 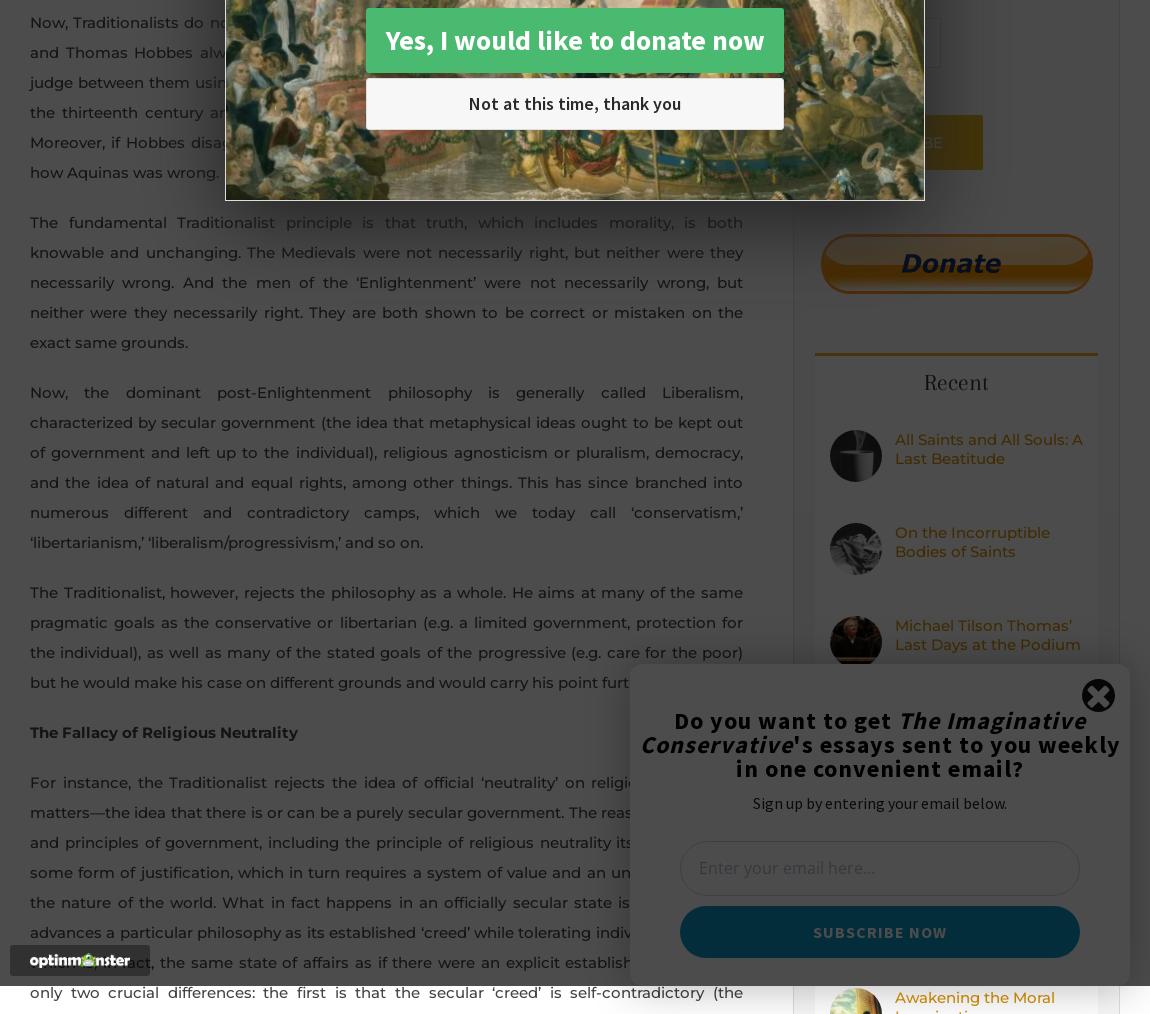 What do you see at coordinates (972, 540) in the screenshot?
I see `'On the Incorruptible Bodies of Saints'` at bounding box center [972, 540].